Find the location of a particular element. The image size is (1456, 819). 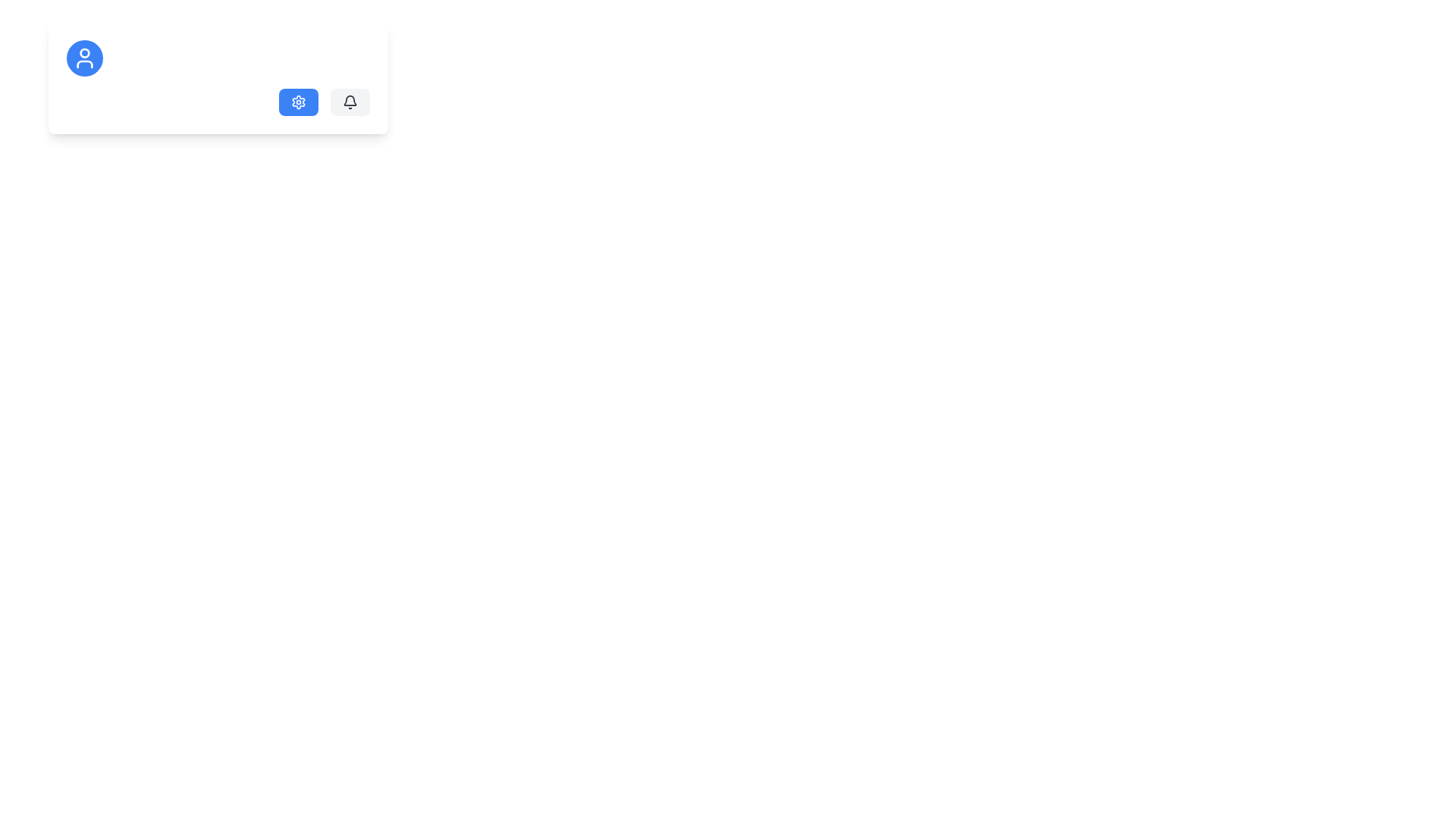

the blue rectangular button with rounded corners containing a white gear icon is located at coordinates (298, 102).